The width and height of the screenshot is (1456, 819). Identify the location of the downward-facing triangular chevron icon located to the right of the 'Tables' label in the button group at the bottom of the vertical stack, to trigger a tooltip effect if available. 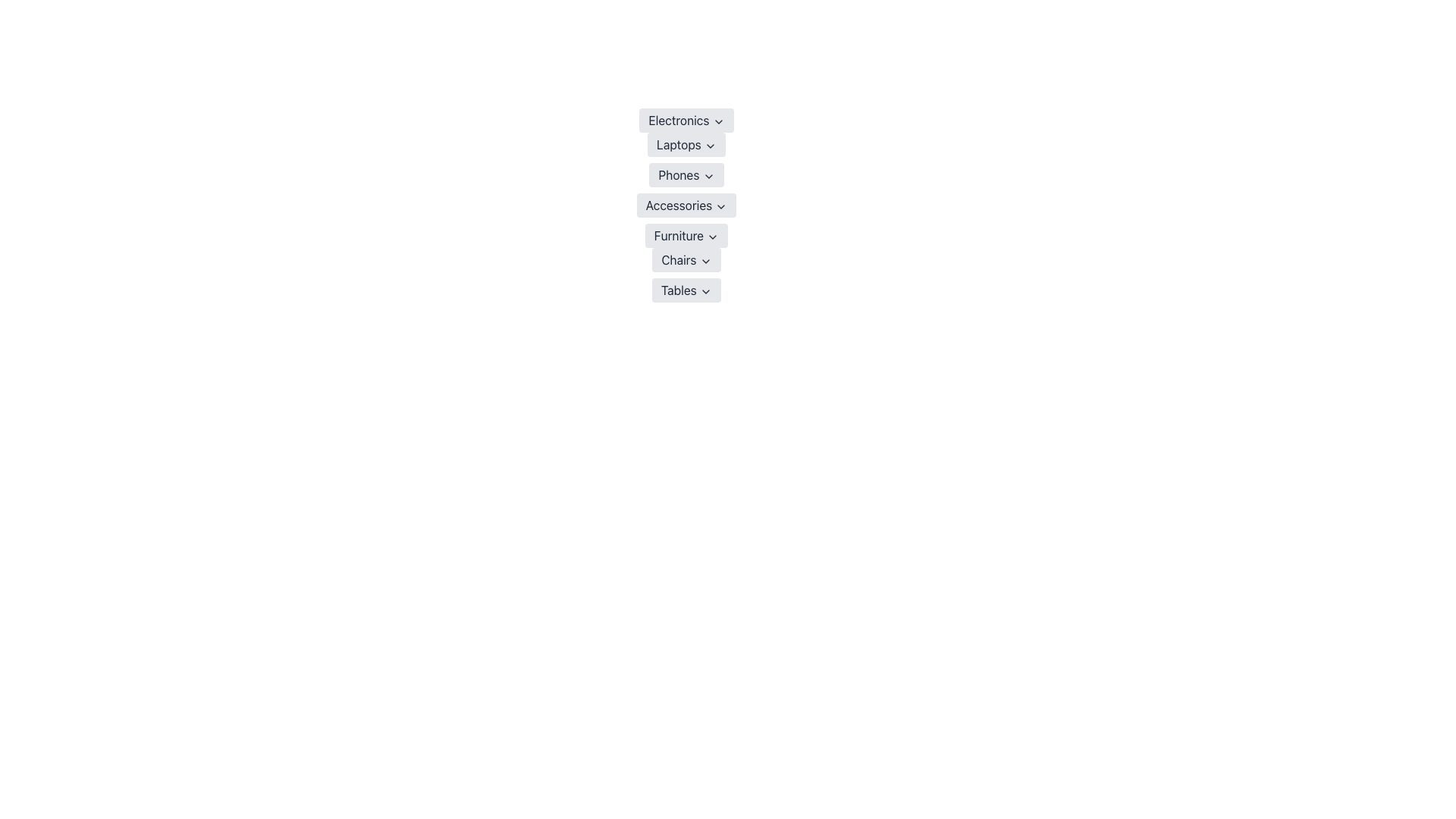
(705, 291).